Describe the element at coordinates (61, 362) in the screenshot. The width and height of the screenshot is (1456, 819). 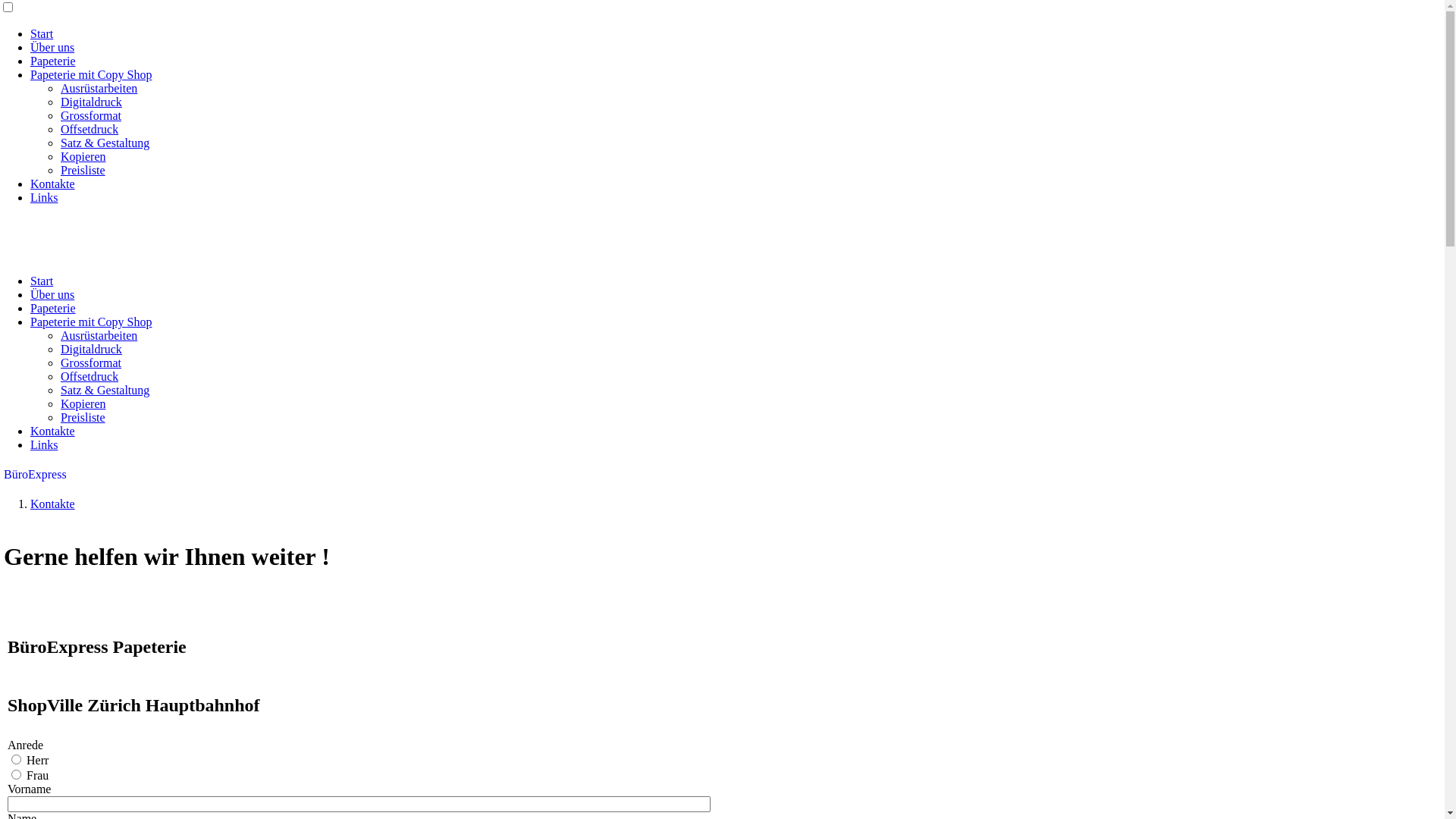
I see `'Grossformat'` at that location.